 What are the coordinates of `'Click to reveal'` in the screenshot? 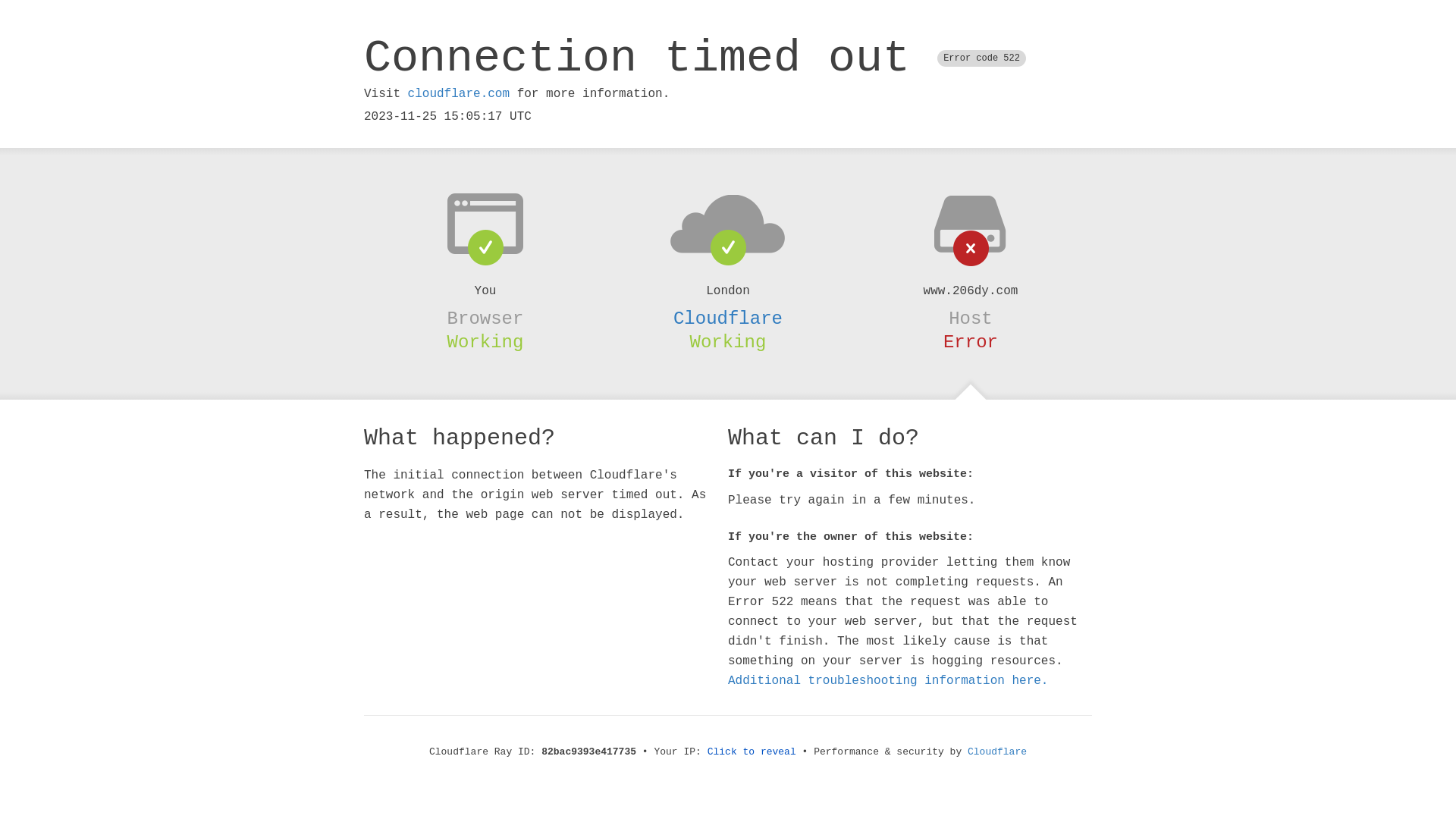 It's located at (752, 752).